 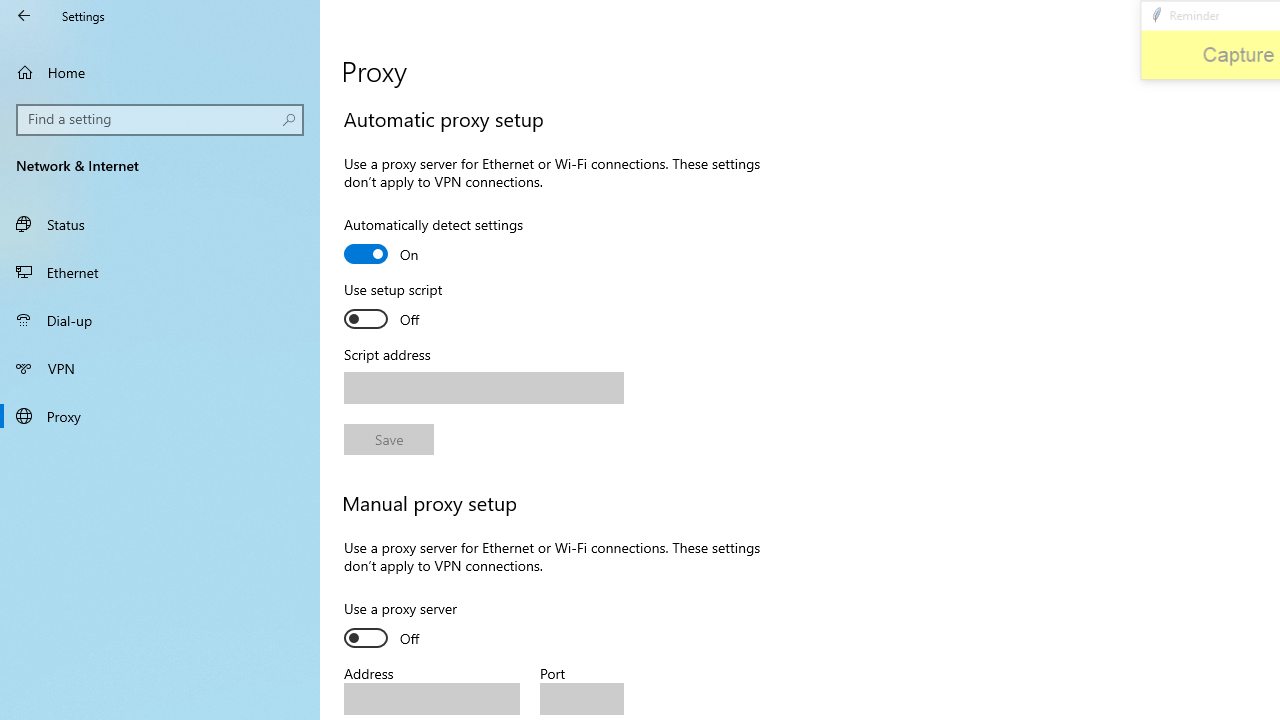 What do you see at coordinates (160, 271) in the screenshot?
I see `'Ethernet'` at bounding box center [160, 271].